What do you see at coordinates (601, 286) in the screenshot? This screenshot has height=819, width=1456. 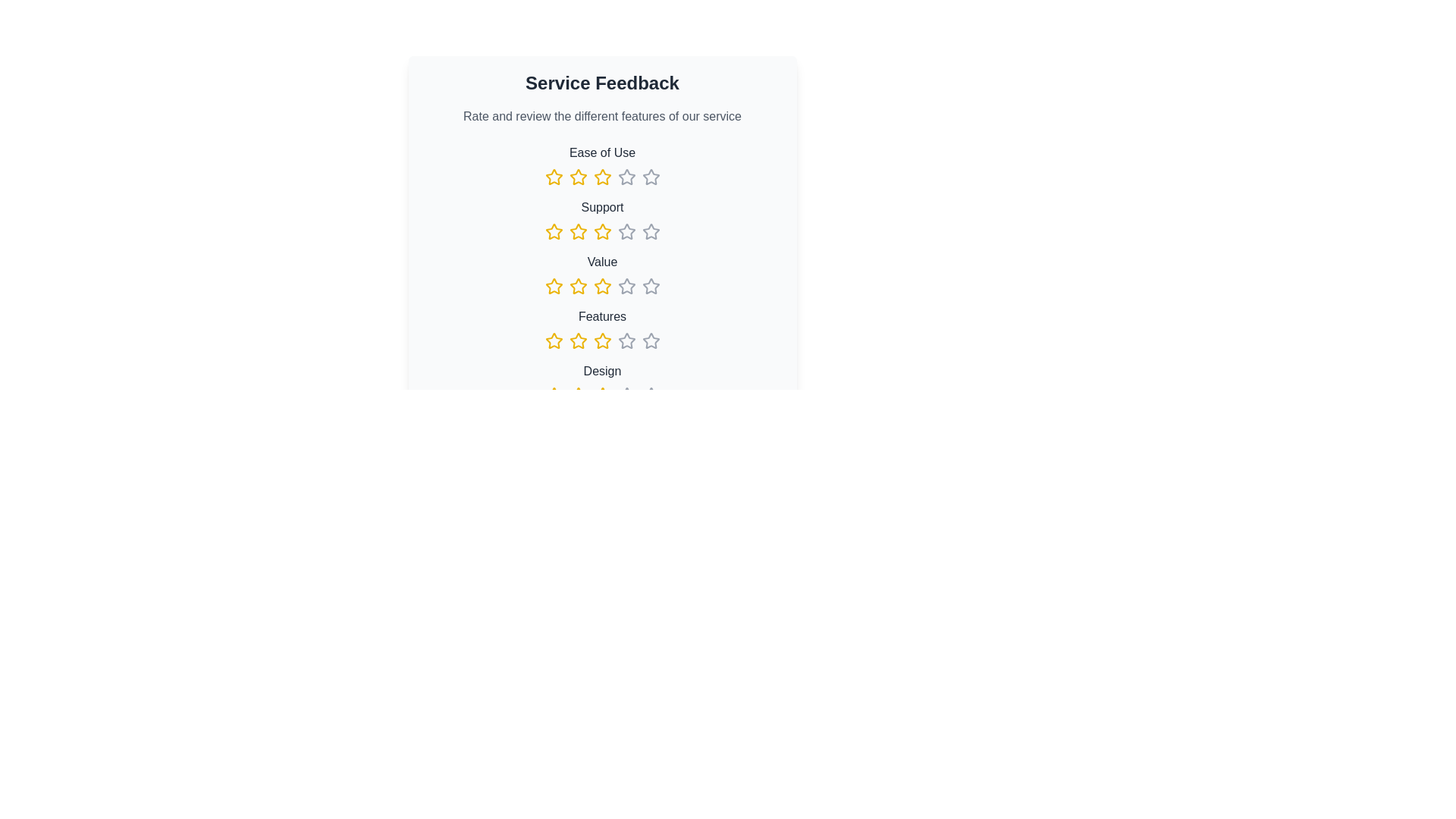 I see `the third star` at bounding box center [601, 286].